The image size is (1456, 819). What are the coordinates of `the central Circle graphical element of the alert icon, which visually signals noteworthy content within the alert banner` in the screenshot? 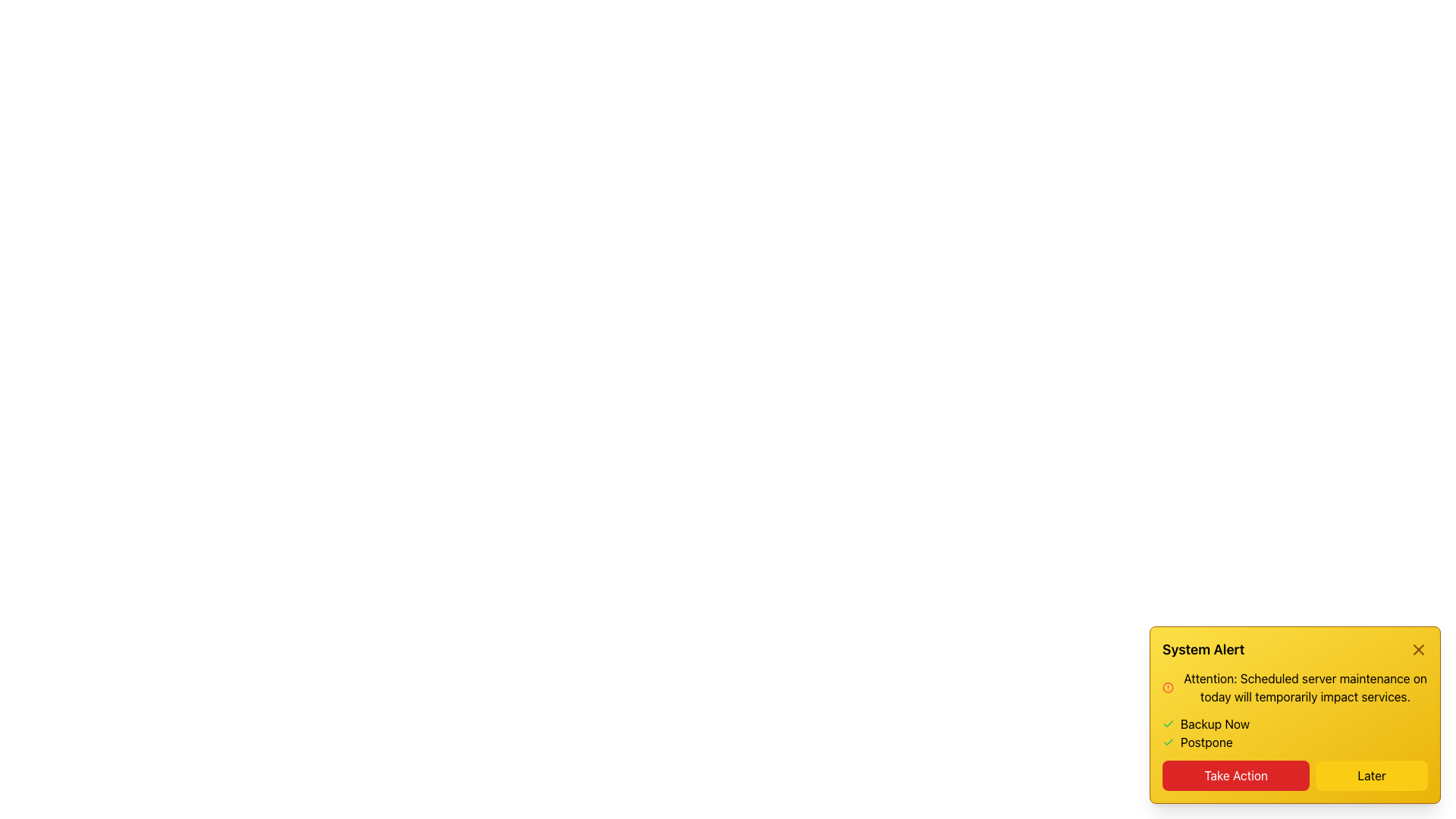 It's located at (1167, 687).